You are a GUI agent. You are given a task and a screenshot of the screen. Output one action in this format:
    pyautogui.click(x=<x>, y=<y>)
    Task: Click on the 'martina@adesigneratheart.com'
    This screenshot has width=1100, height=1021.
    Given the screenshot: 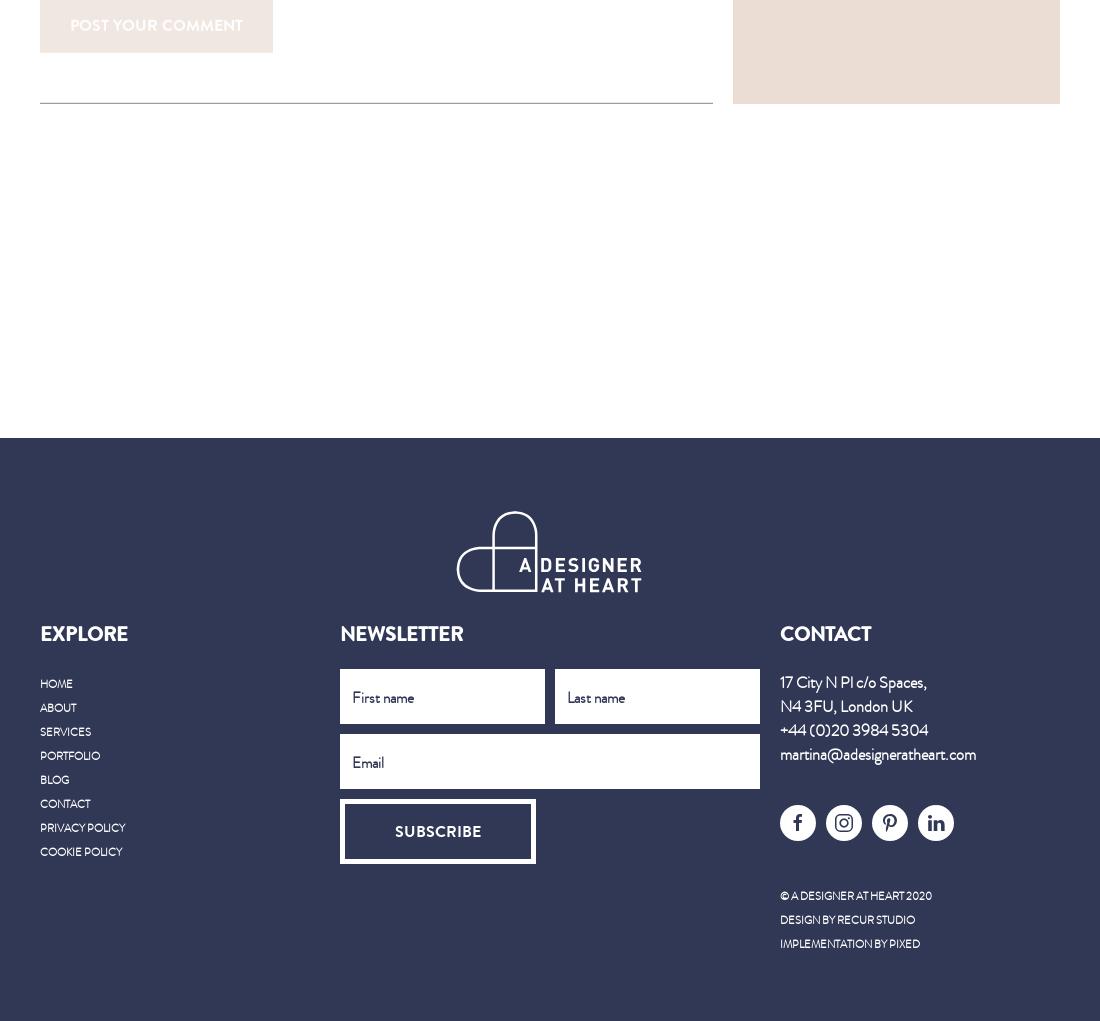 What is the action you would take?
    pyautogui.click(x=779, y=755)
    